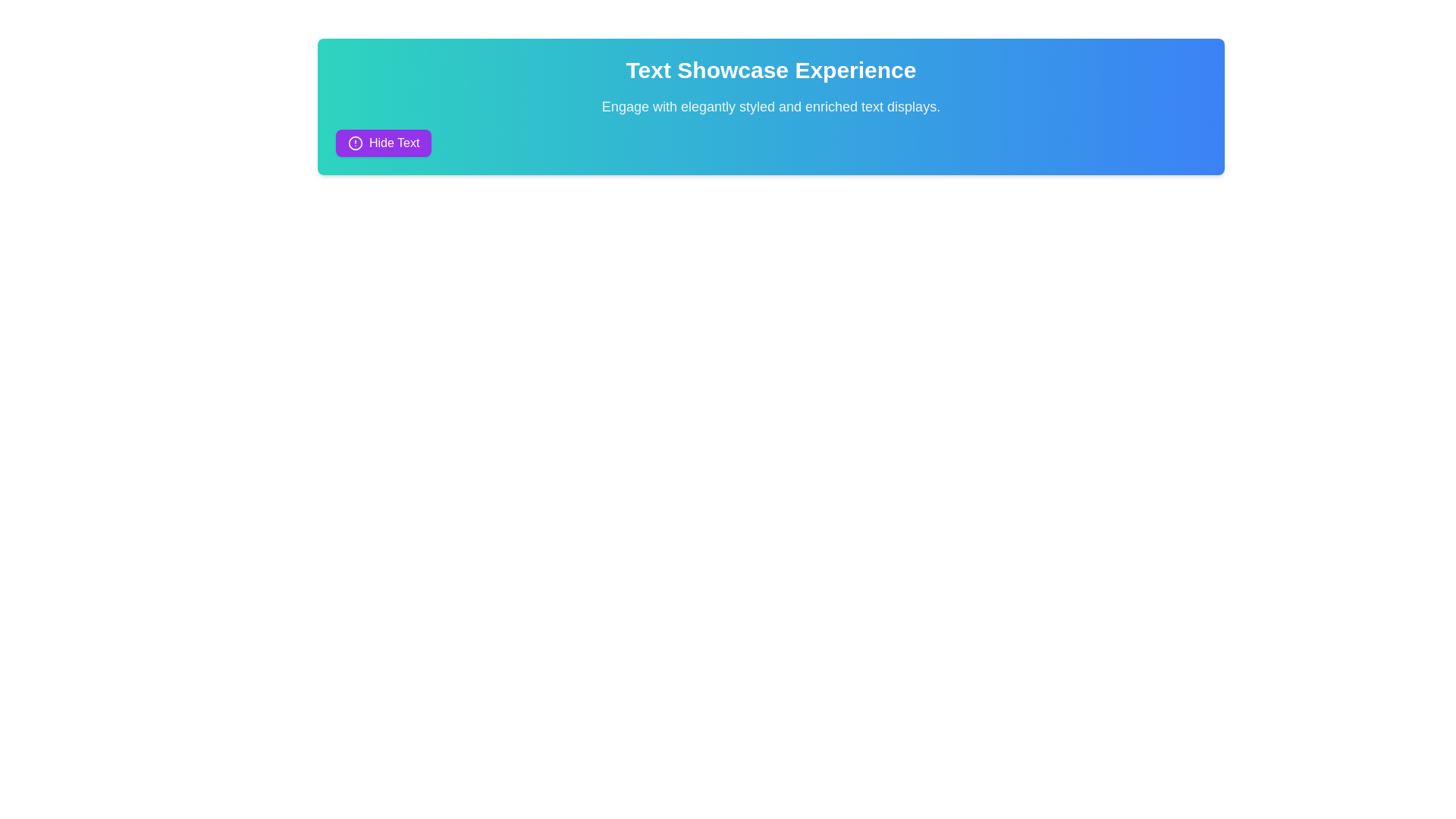  Describe the element at coordinates (355, 143) in the screenshot. I see `the alert or notification indicator icon located on the left side of the 'Hide Text' button, which provides context related to the button's action` at that location.